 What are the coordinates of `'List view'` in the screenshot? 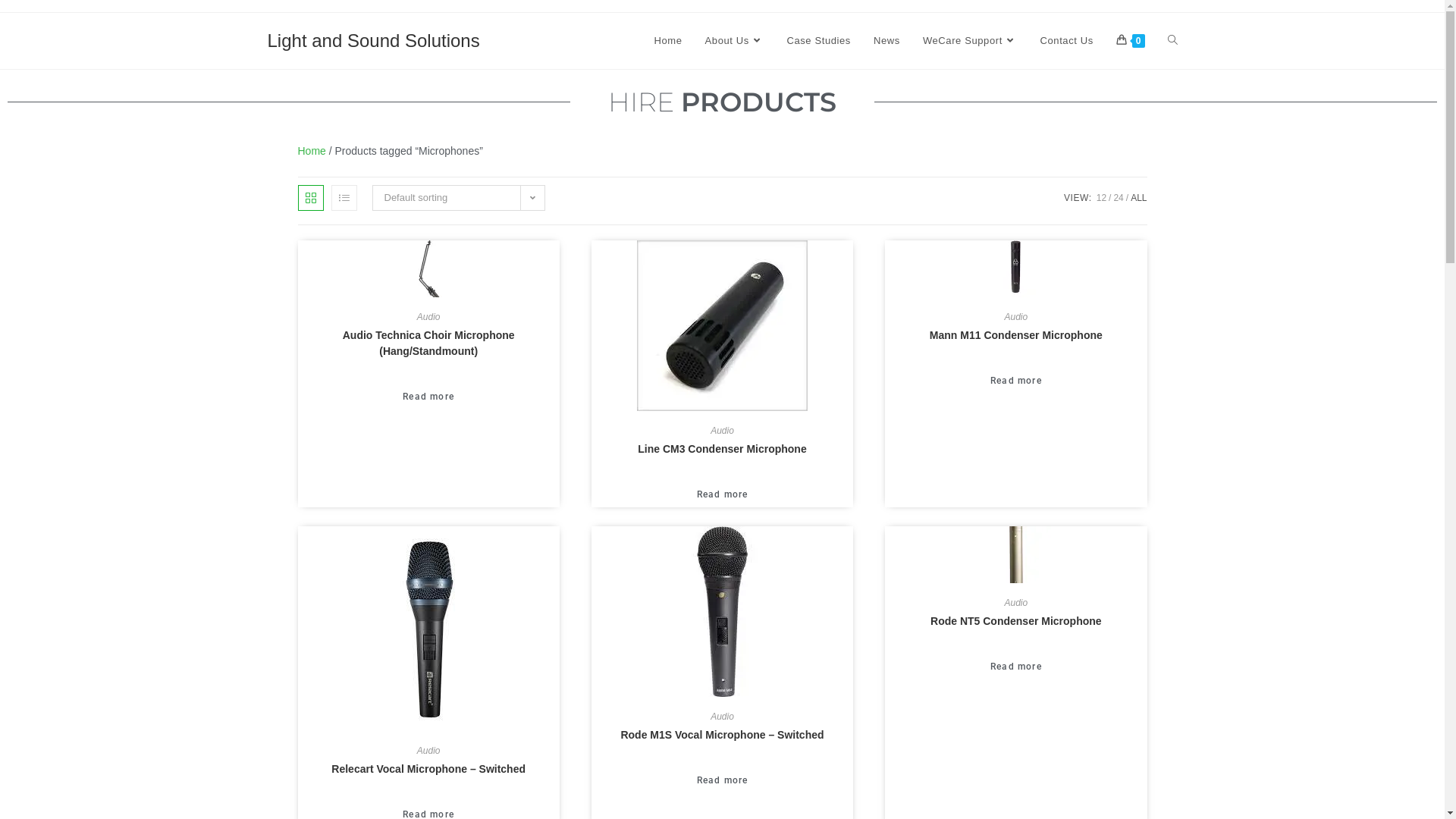 It's located at (342, 197).